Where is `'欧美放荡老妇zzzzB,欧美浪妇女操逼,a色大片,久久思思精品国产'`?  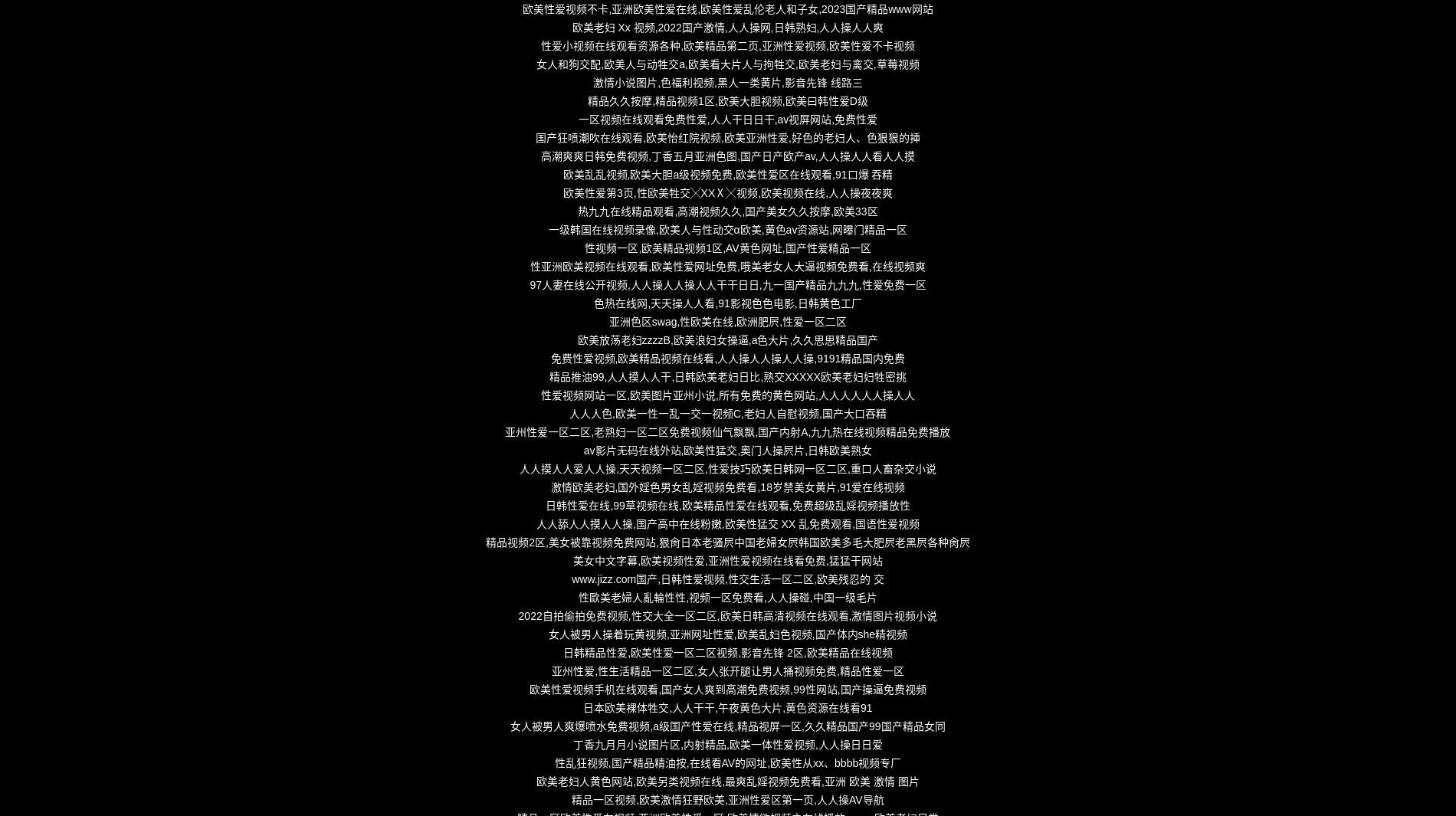
'欧美放荡老妇zzzzB,欧美浪妇女操逼,a色大片,久久思思精品国产' is located at coordinates (726, 339).